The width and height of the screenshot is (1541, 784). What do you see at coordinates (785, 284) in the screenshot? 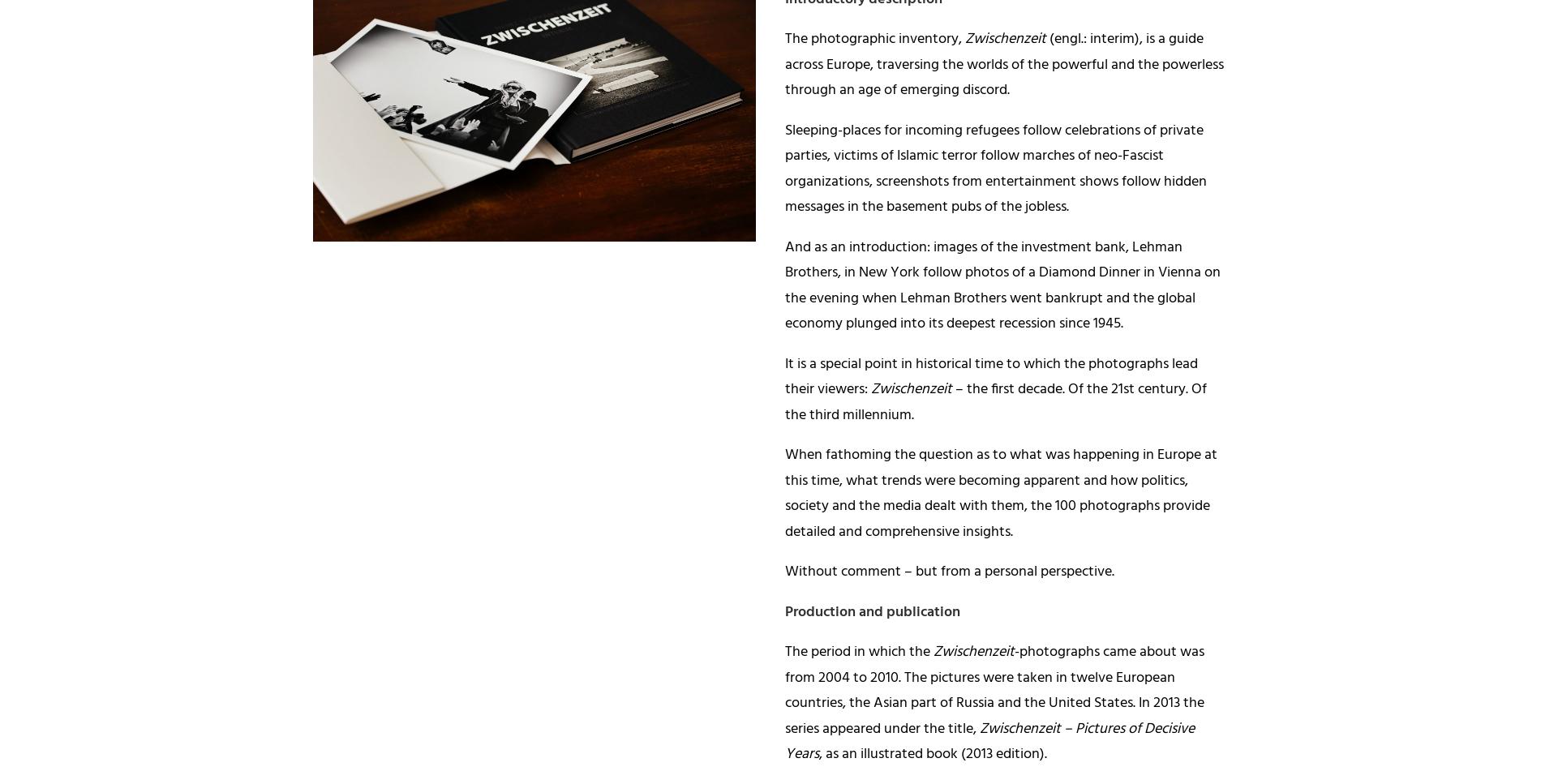
I see `'And as an introduction: images of the investment bank, Lehman Brothers, in New York follow photos of a Diamond Dinner in Vienna on the evening when Lehman Brothers went bankrupt and the global economy plunged into its deepest recession since 1945.'` at bounding box center [785, 284].